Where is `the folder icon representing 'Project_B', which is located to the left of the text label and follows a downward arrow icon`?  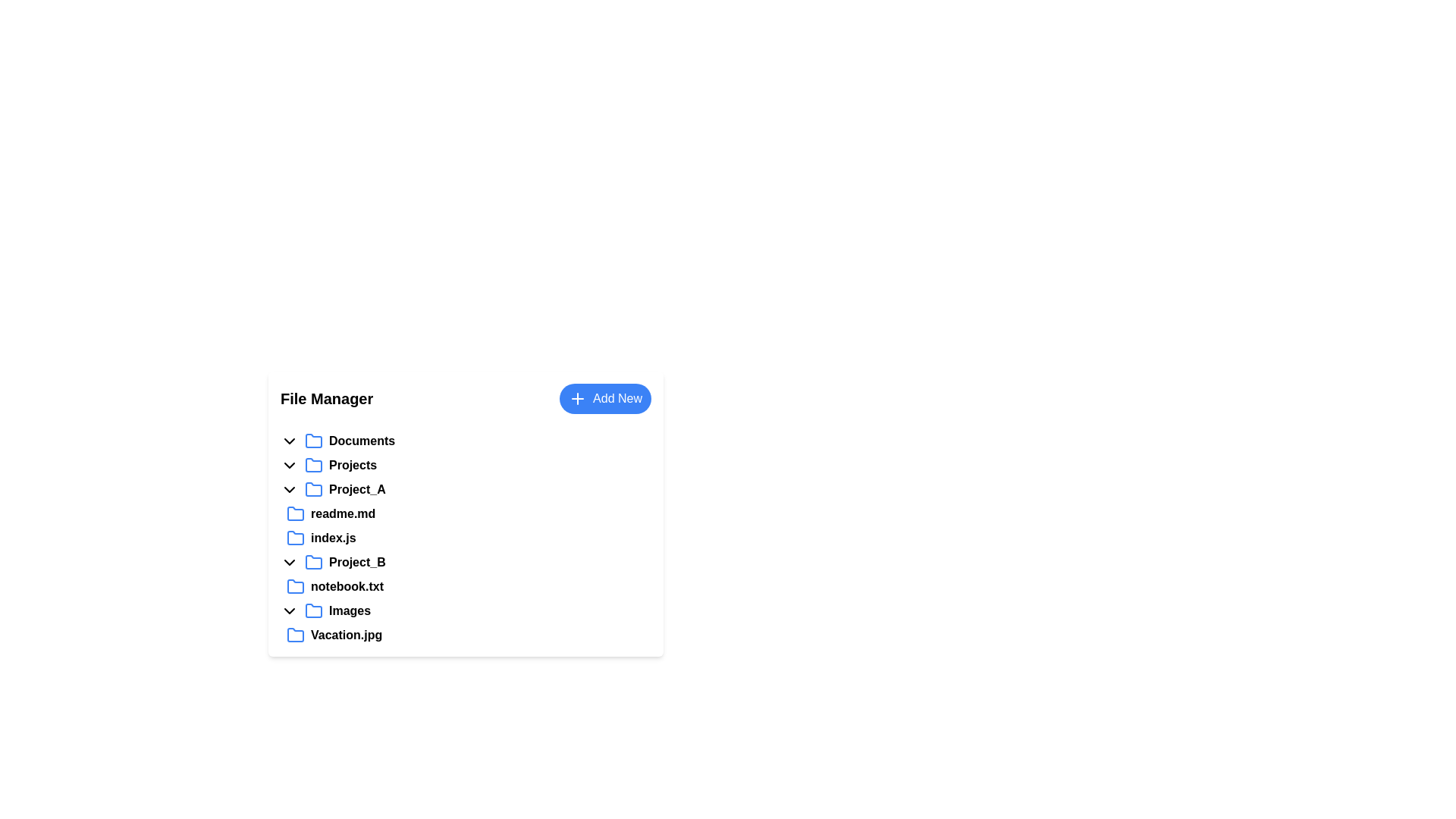
the folder icon representing 'Project_B', which is located to the left of the text label and follows a downward arrow icon is located at coordinates (312, 562).